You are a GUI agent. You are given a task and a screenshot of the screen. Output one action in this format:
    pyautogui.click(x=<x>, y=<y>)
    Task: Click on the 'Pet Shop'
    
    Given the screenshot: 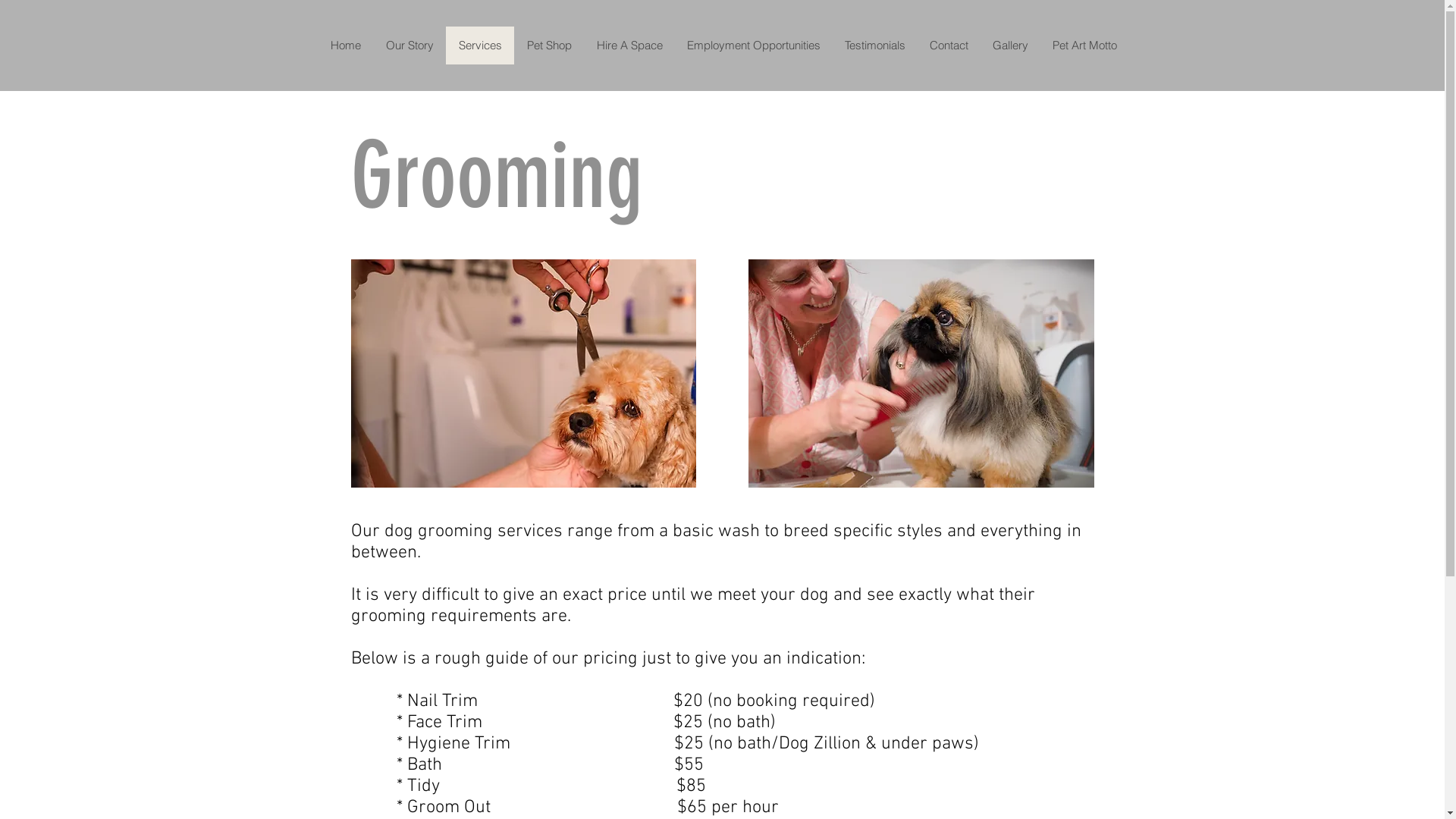 What is the action you would take?
    pyautogui.click(x=548, y=45)
    